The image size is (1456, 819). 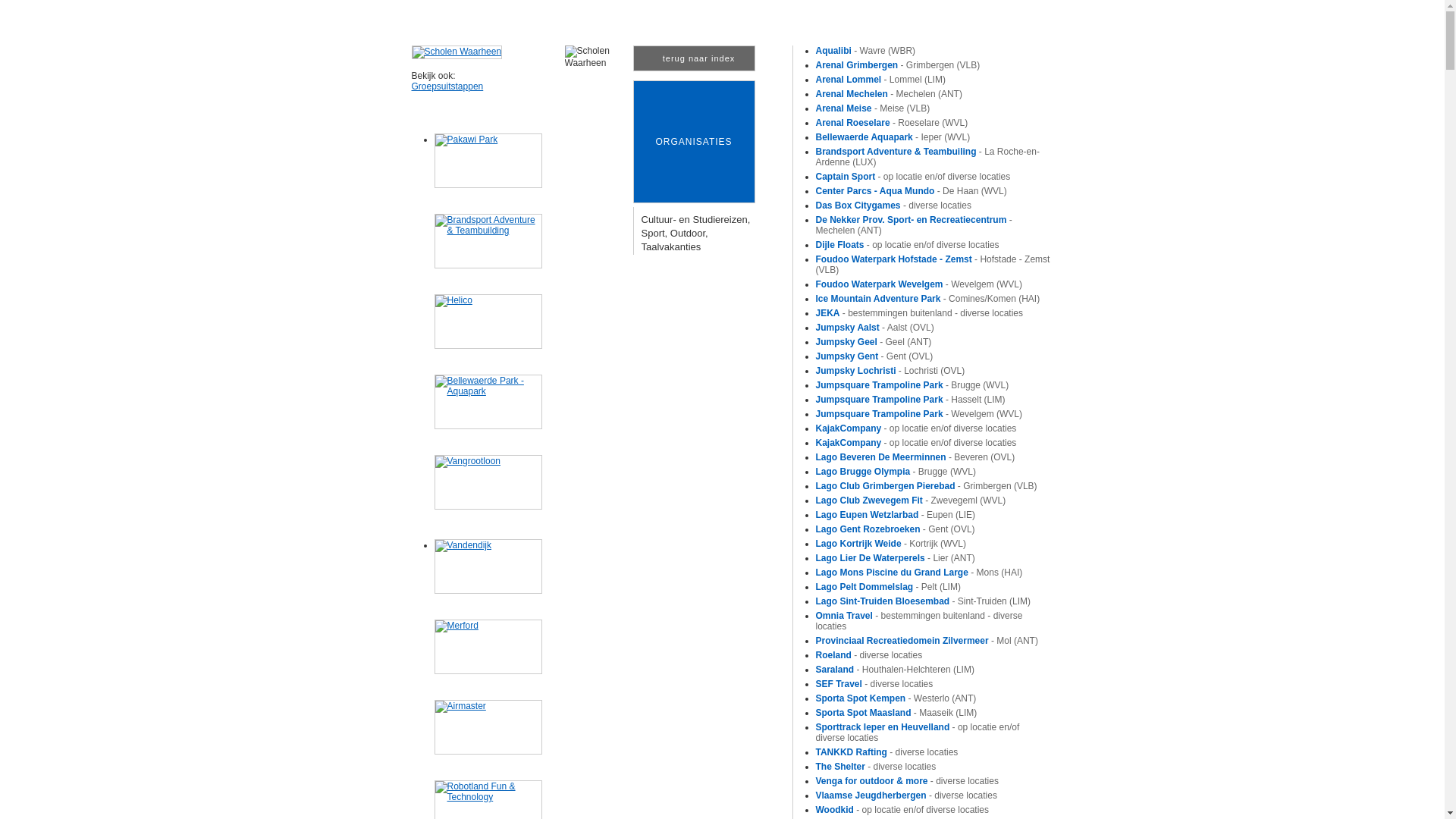 What do you see at coordinates (910, 500) in the screenshot?
I see `'Lago Club Zwevegem Fit - Zwevegeml (WVL)'` at bounding box center [910, 500].